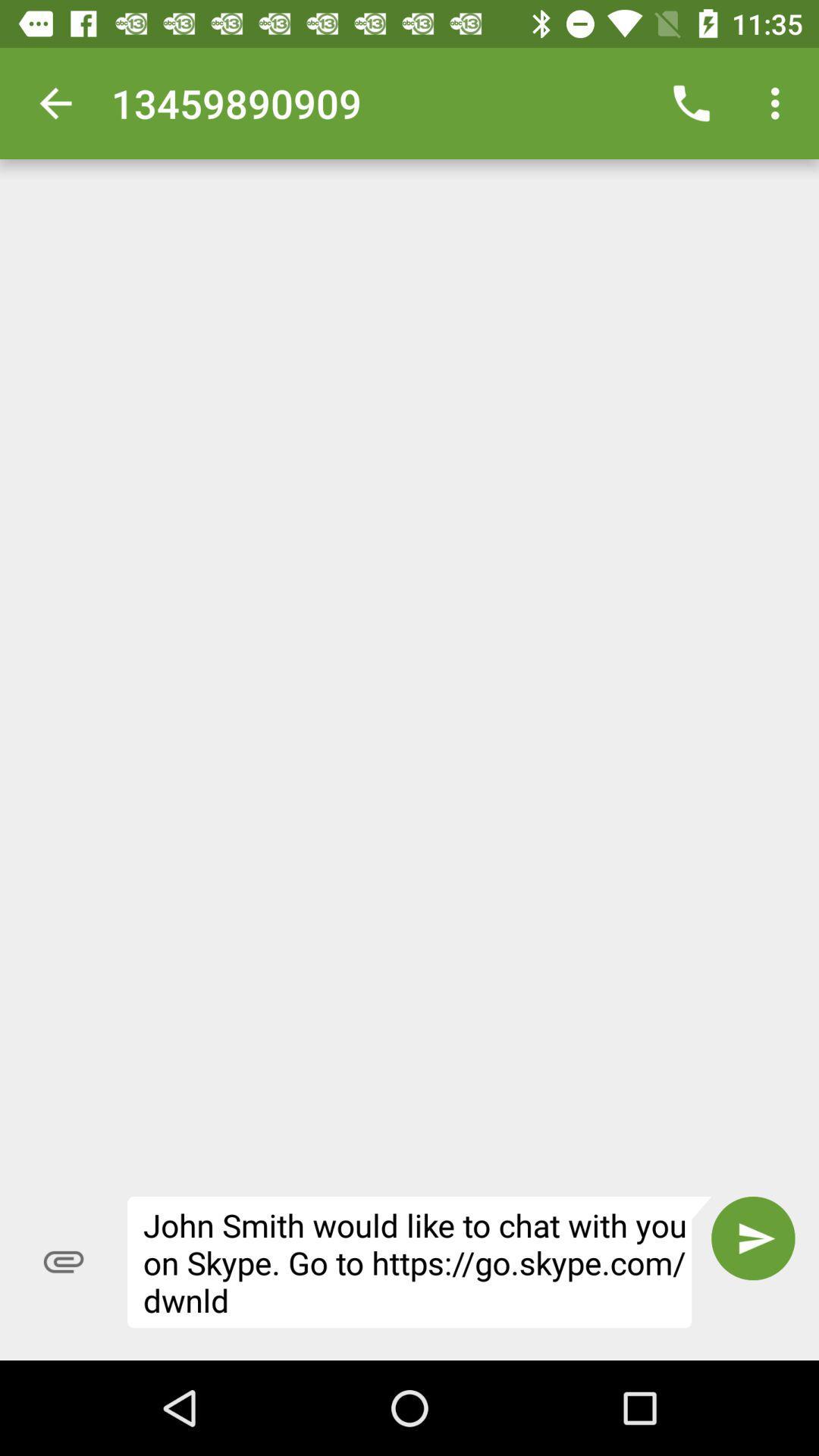  I want to click on item at the top left corner, so click(55, 102).